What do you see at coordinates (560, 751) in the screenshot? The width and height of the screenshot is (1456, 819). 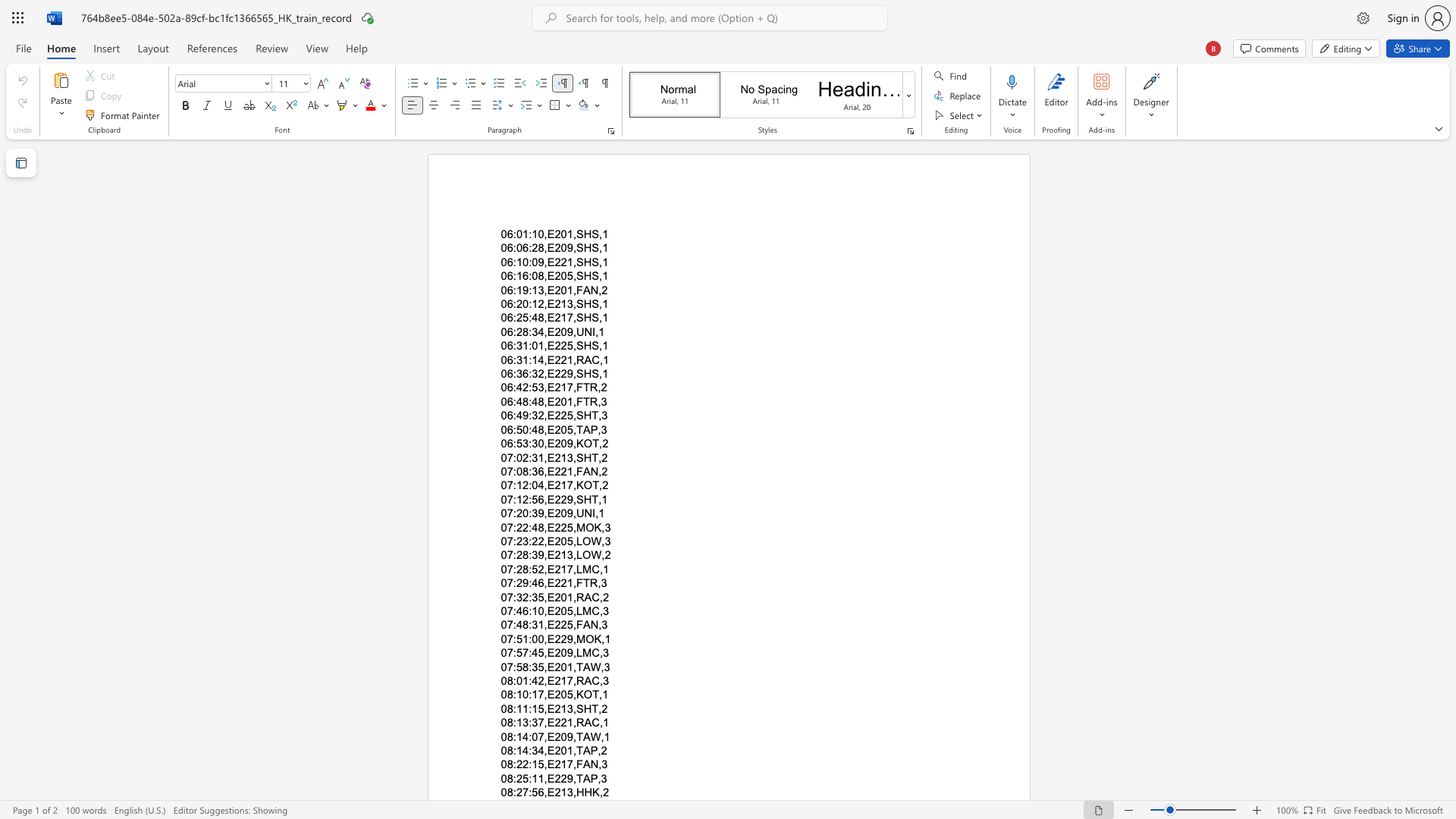 I see `the space between the continuous character "2" and "0" in the text` at bounding box center [560, 751].